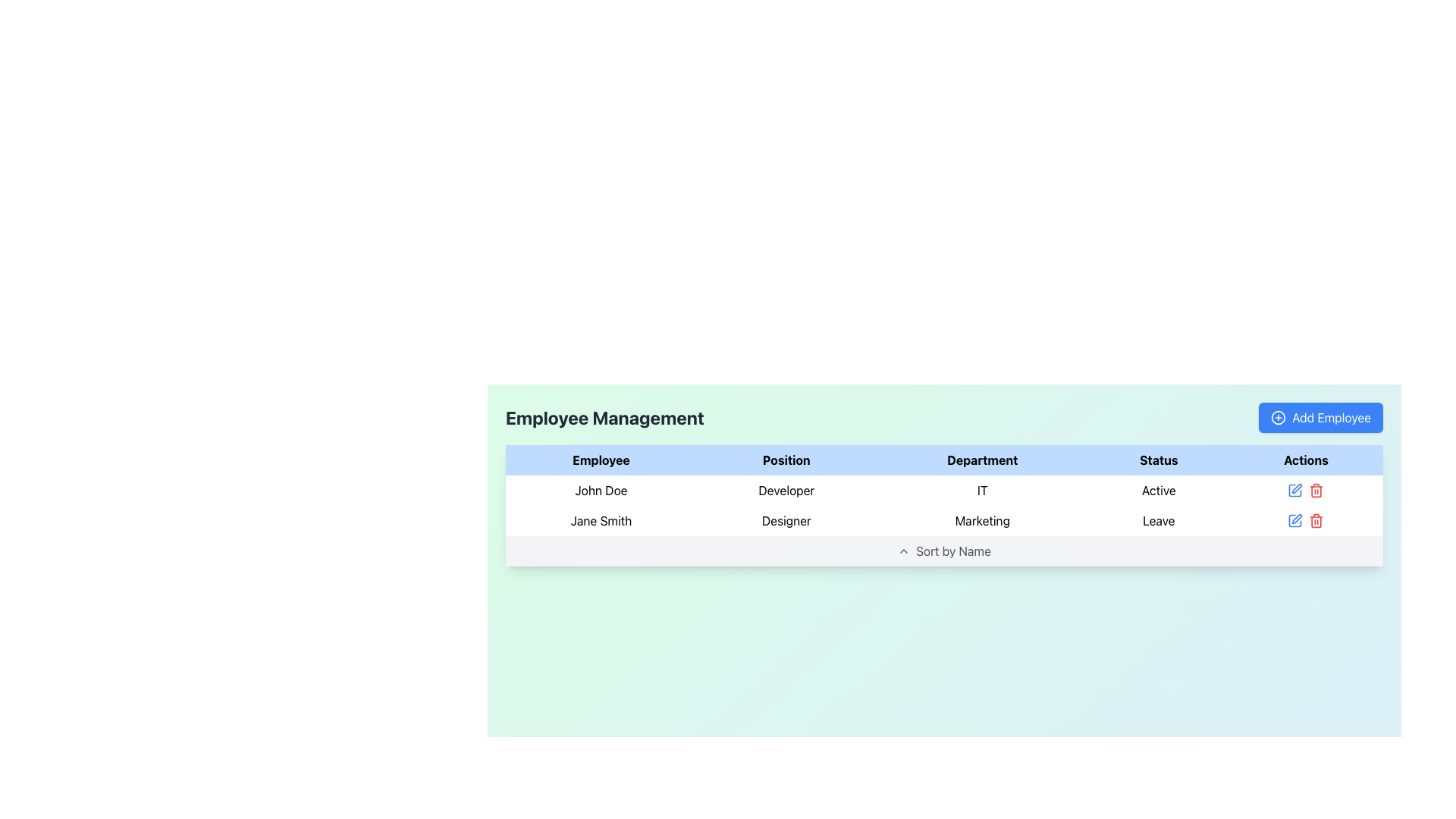 The width and height of the screenshot is (1456, 819). Describe the element at coordinates (1305, 491) in the screenshot. I see `the red outlined delete icon in the 'Actions' column for the employee named 'John Doe'` at that location.